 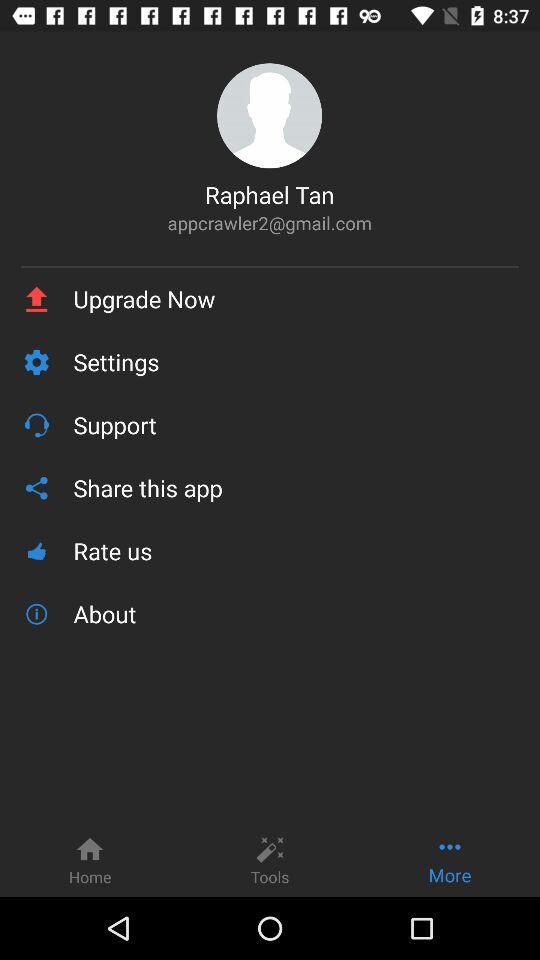 I want to click on the icon below the raphael tan item, so click(x=269, y=223).